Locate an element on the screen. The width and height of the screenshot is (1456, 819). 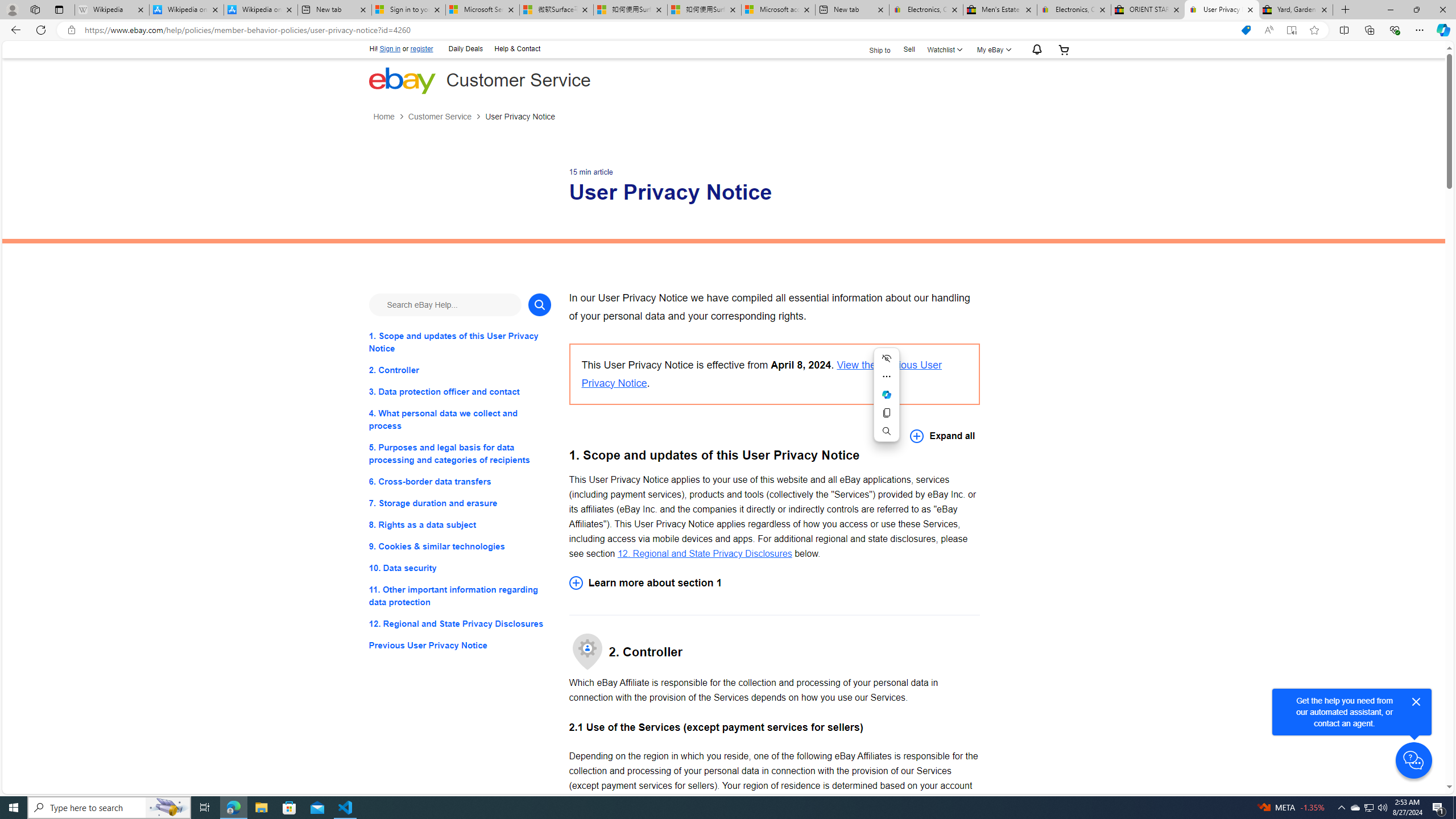
'Copy' is located at coordinates (886, 412).